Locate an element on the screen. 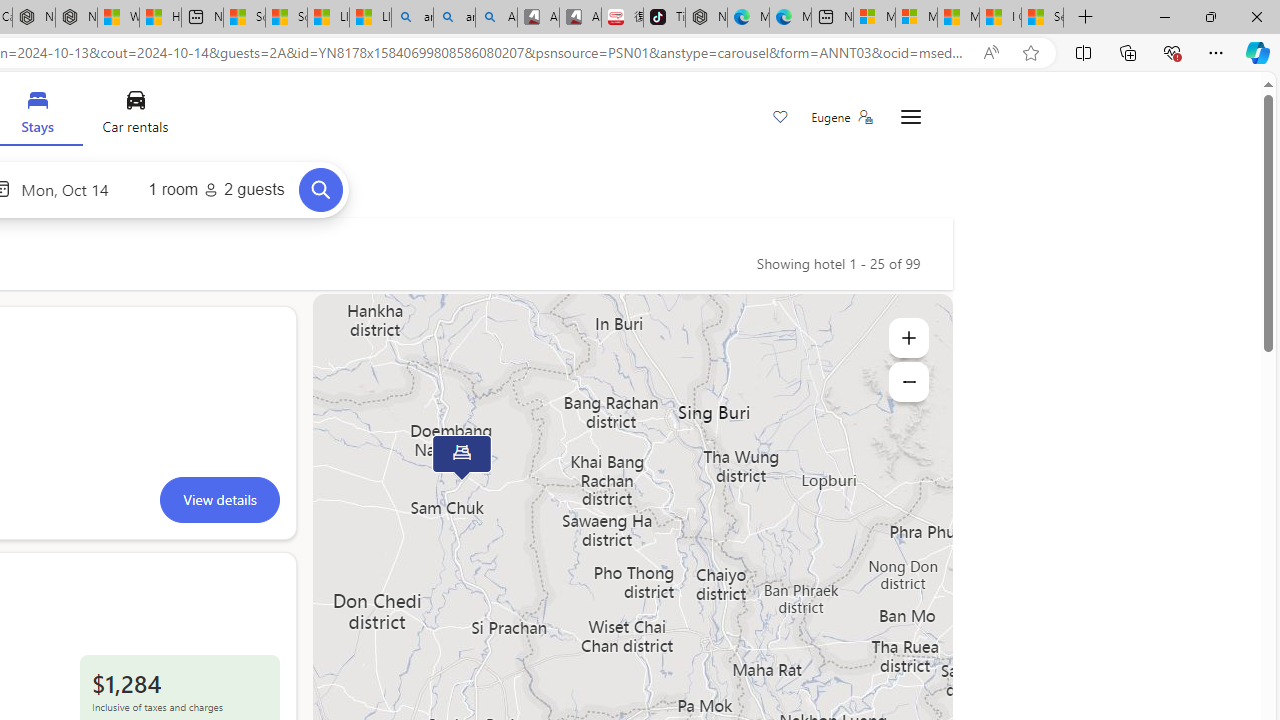 Image resolution: width=1280 pixels, height=720 pixels. 'Minimize' is located at coordinates (1164, 16).